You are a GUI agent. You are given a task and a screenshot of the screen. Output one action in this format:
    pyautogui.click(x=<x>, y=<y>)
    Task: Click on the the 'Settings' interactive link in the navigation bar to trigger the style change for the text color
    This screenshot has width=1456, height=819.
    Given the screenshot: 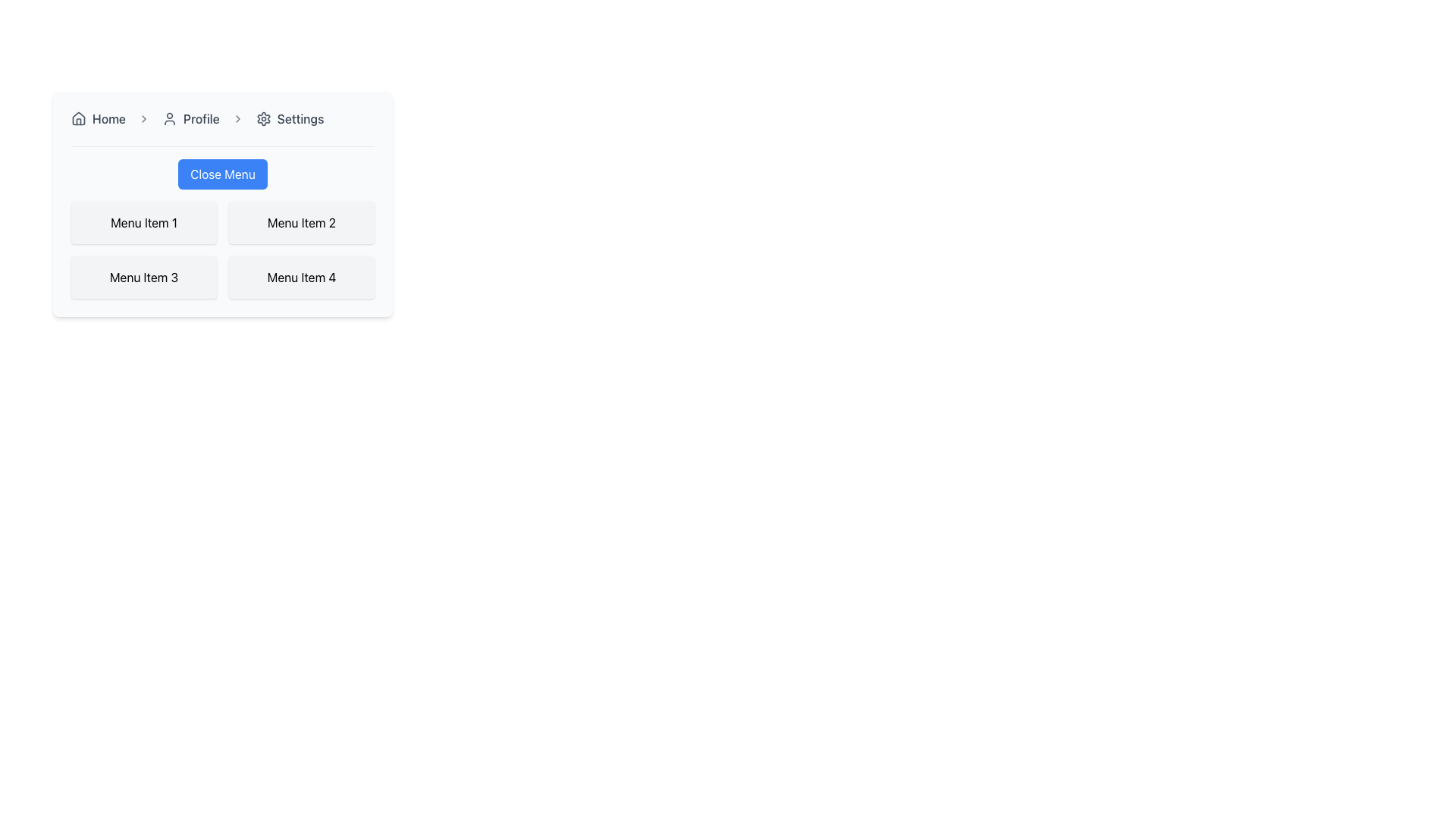 What is the action you would take?
    pyautogui.click(x=290, y=118)
    